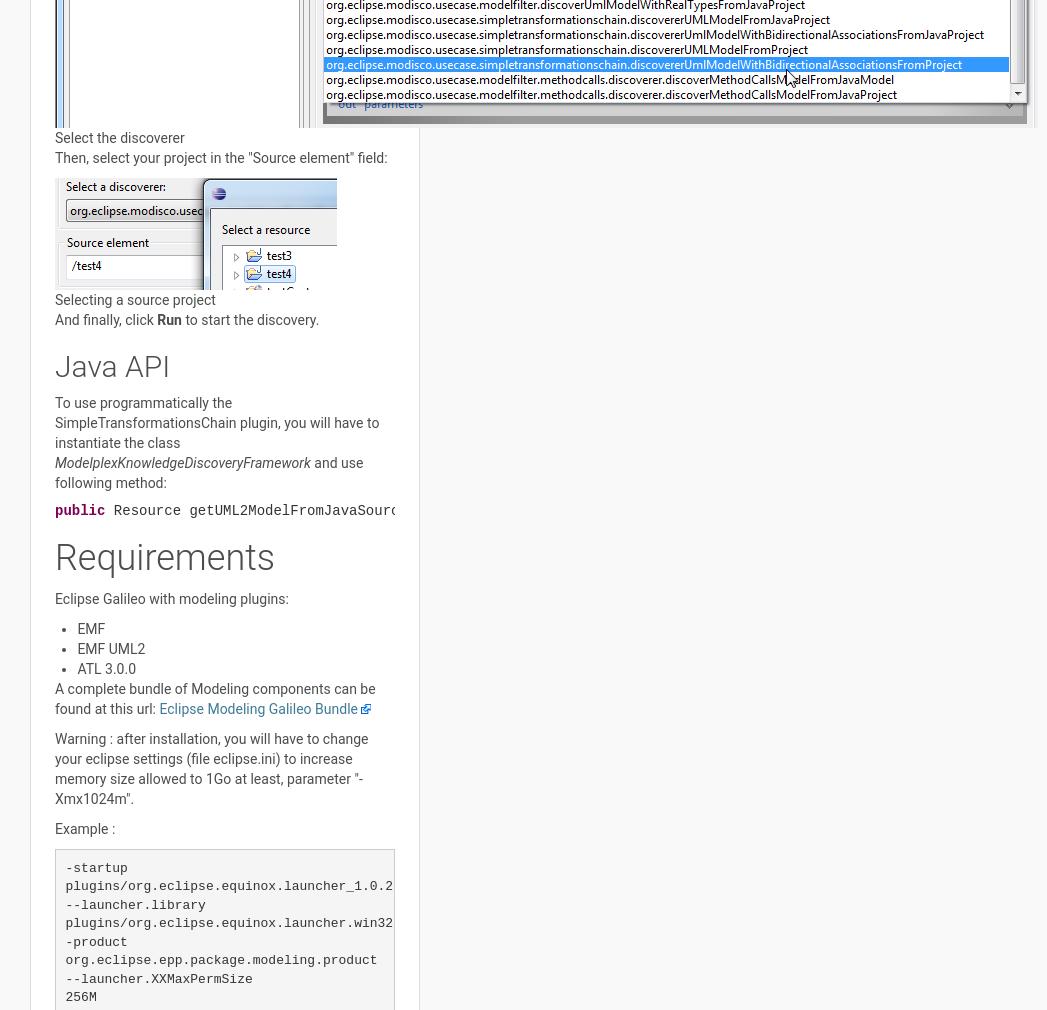  Describe the element at coordinates (111, 365) in the screenshot. I see `'Java API'` at that location.